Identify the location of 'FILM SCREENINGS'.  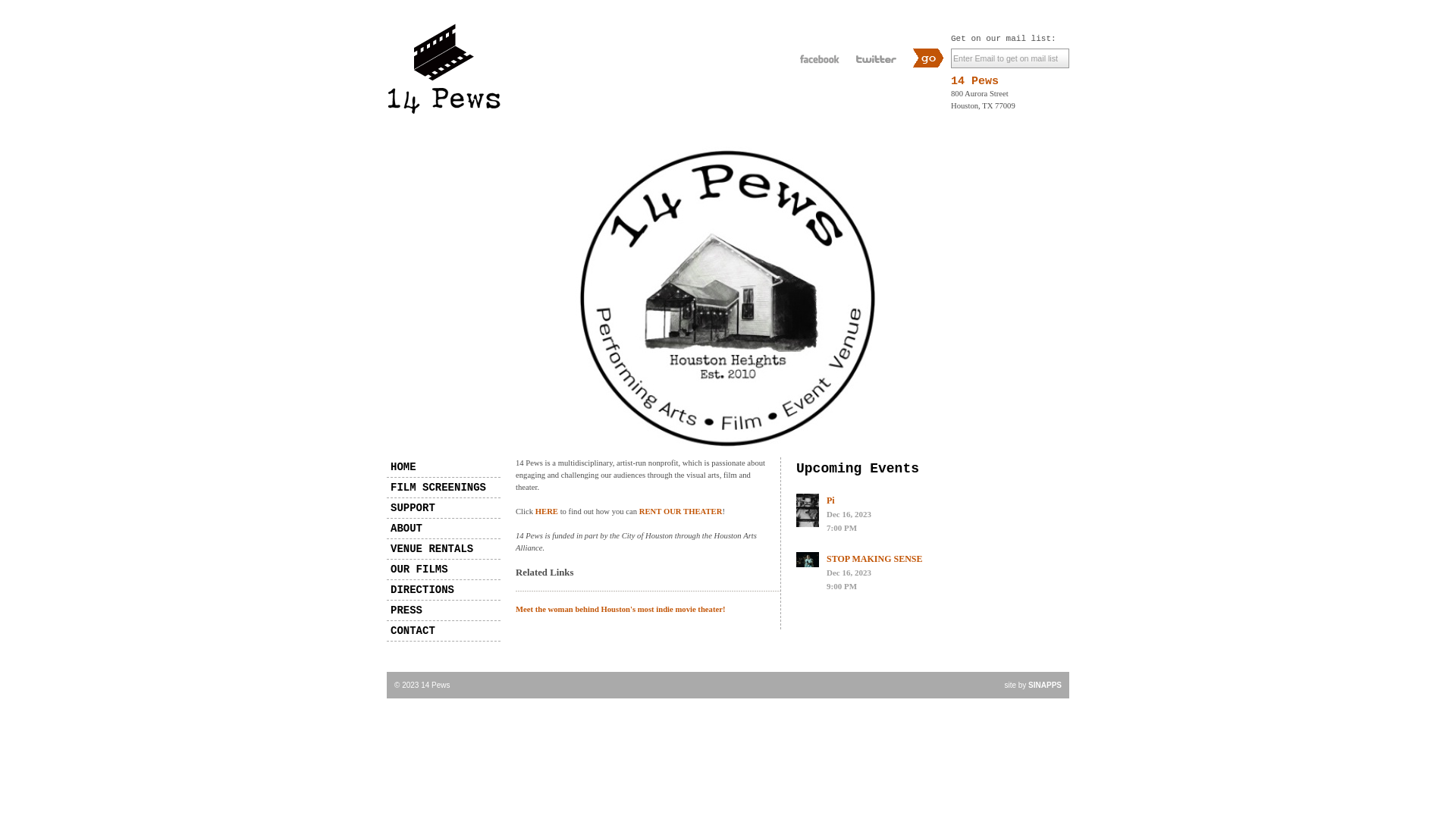
(443, 488).